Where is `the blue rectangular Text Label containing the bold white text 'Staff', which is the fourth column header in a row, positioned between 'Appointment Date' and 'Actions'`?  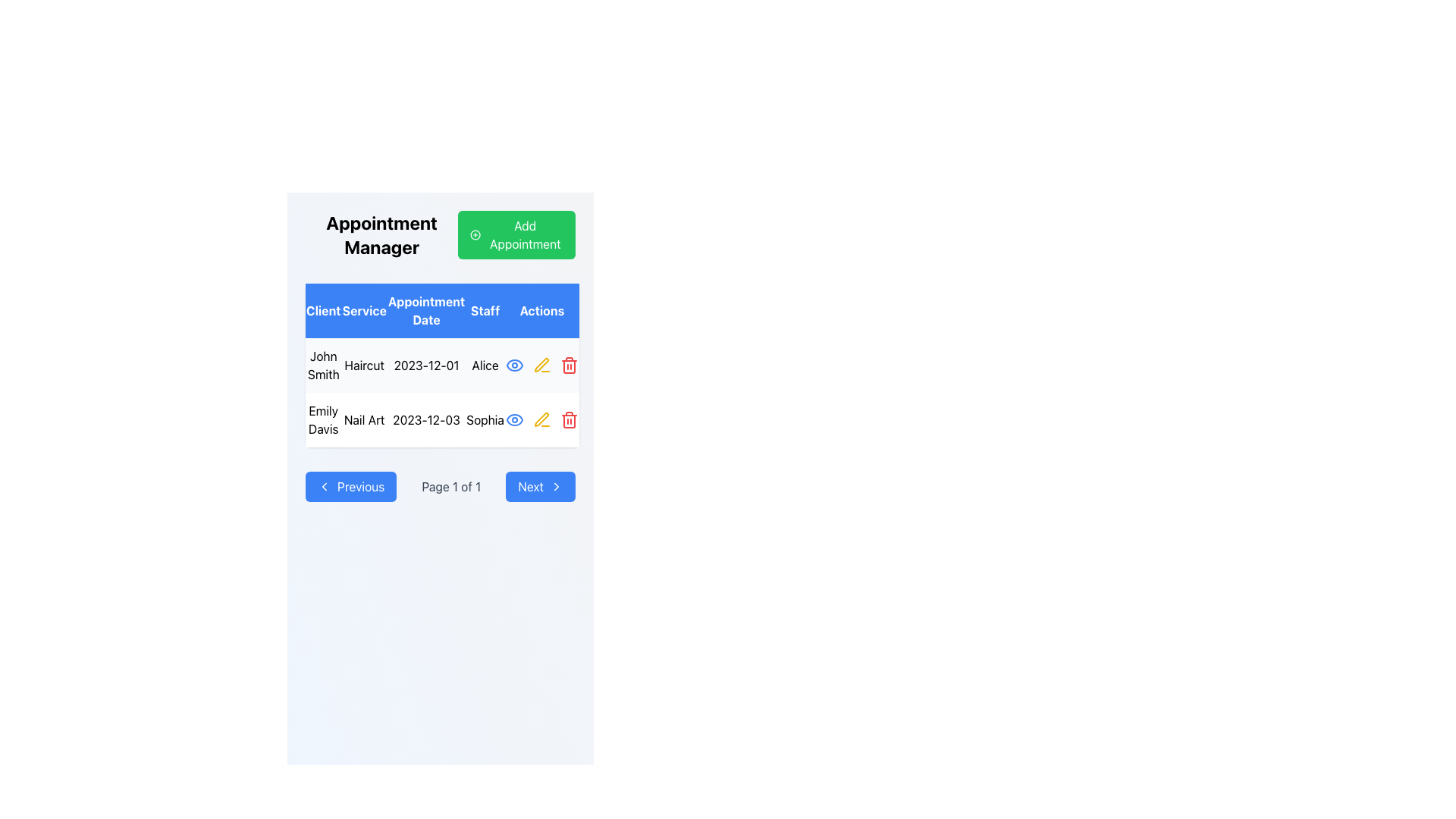
the blue rectangular Text Label containing the bold white text 'Staff', which is the fourth column header in a row, positioned between 'Appointment Date' and 'Actions' is located at coordinates (485, 309).